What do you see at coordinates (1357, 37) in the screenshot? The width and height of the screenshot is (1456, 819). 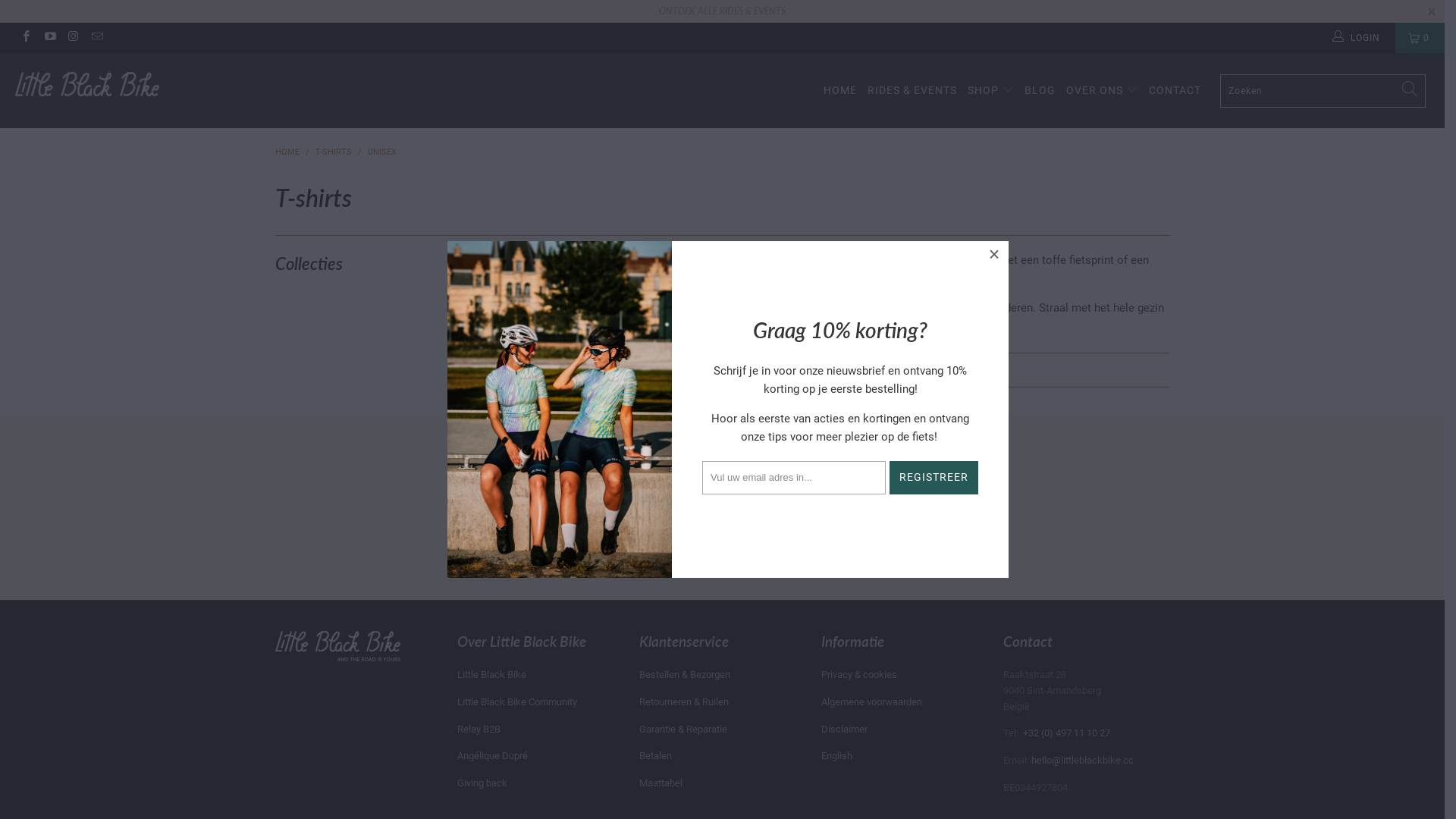 I see `'LOGIN'` at bounding box center [1357, 37].